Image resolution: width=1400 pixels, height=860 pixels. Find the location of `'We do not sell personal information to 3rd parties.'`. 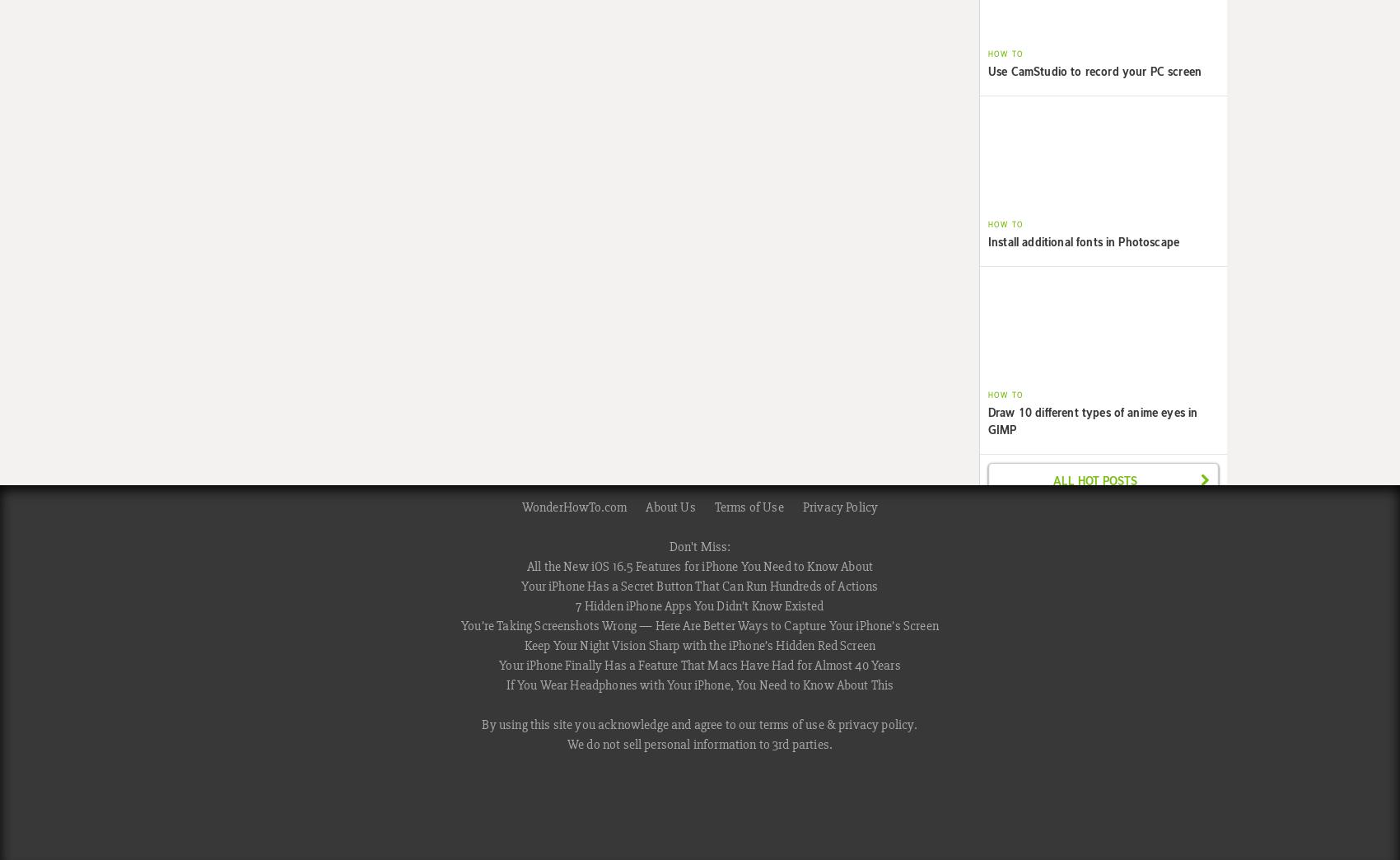

'We do not sell personal information to 3rd parties.' is located at coordinates (566, 744).